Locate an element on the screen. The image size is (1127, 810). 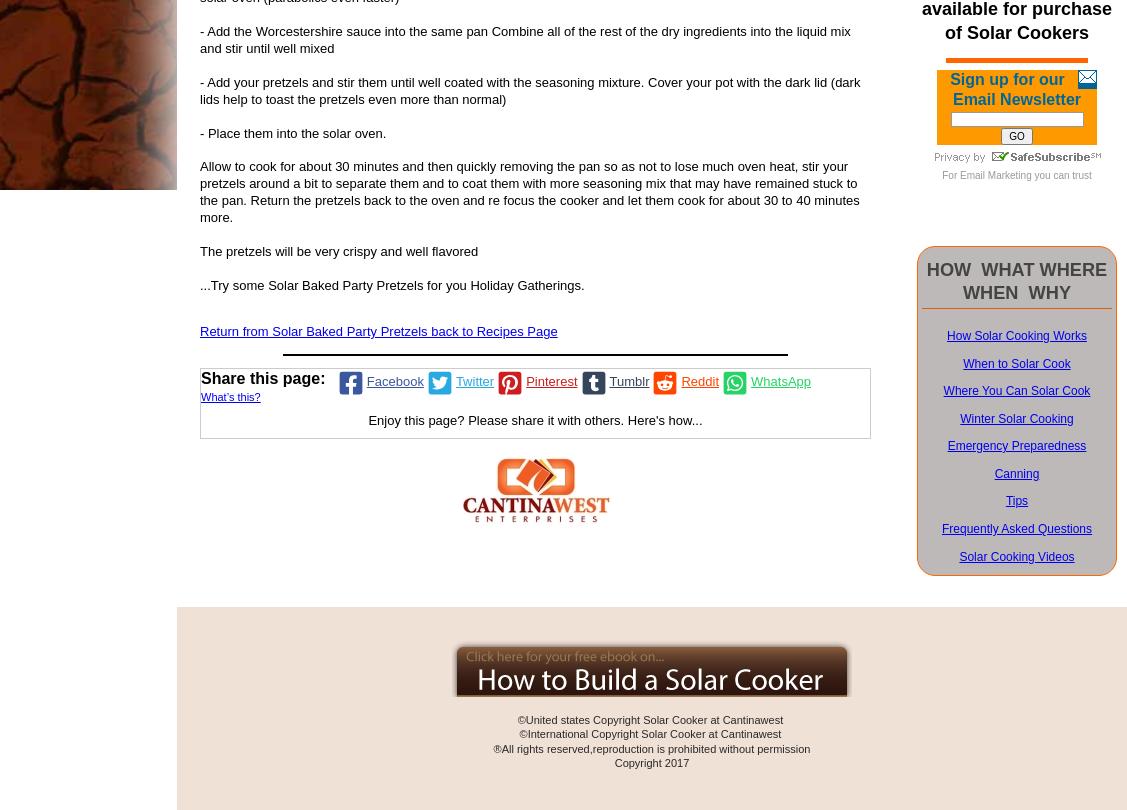
'WhatsApp' is located at coordinates (781, 380).